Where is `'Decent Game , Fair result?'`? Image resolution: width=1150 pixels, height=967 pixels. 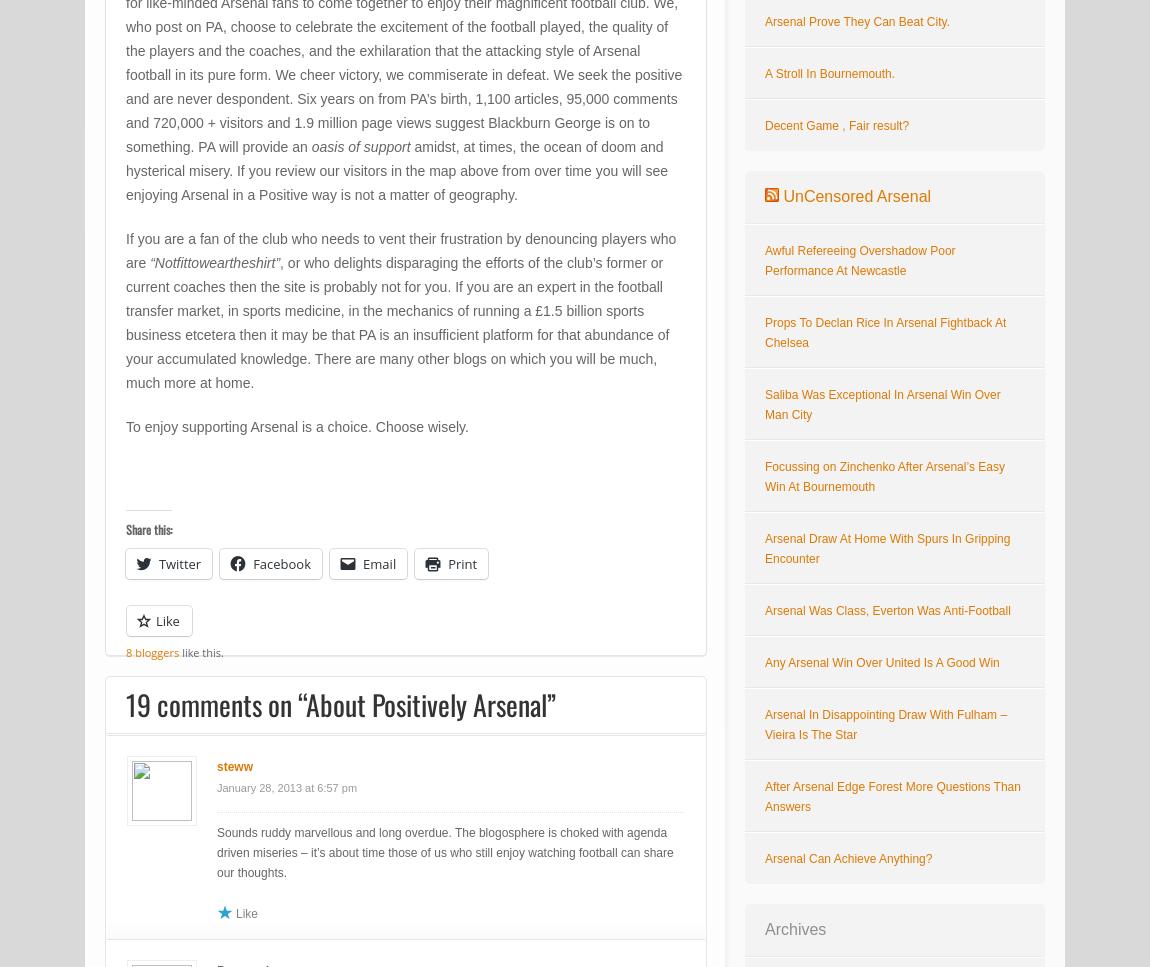 'Decent Game , Fair result?' is located at coordinates (835, 125).